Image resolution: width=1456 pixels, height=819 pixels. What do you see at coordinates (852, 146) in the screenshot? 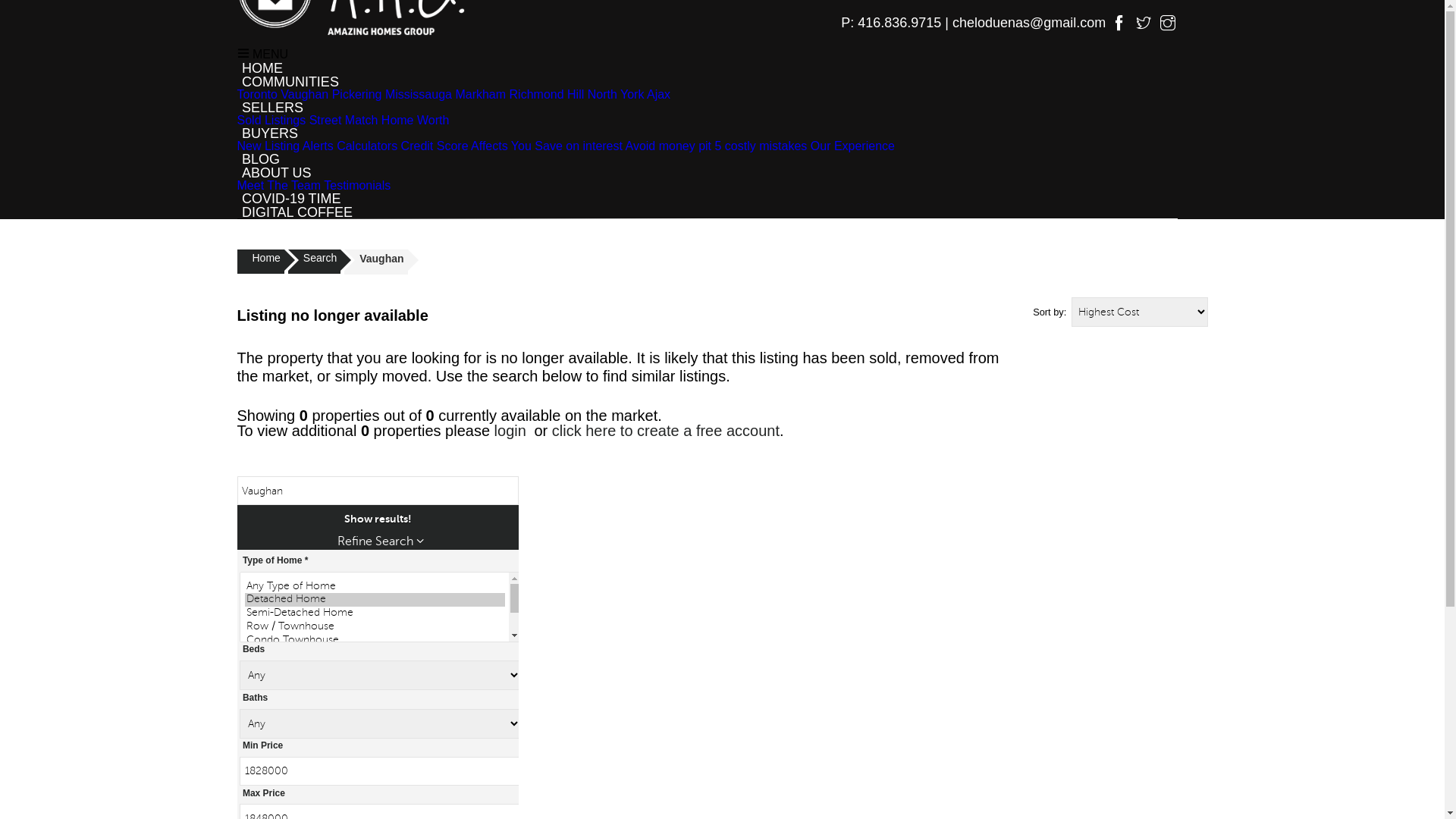
I see `'Our Experience'` at bounding box center [852, 146].